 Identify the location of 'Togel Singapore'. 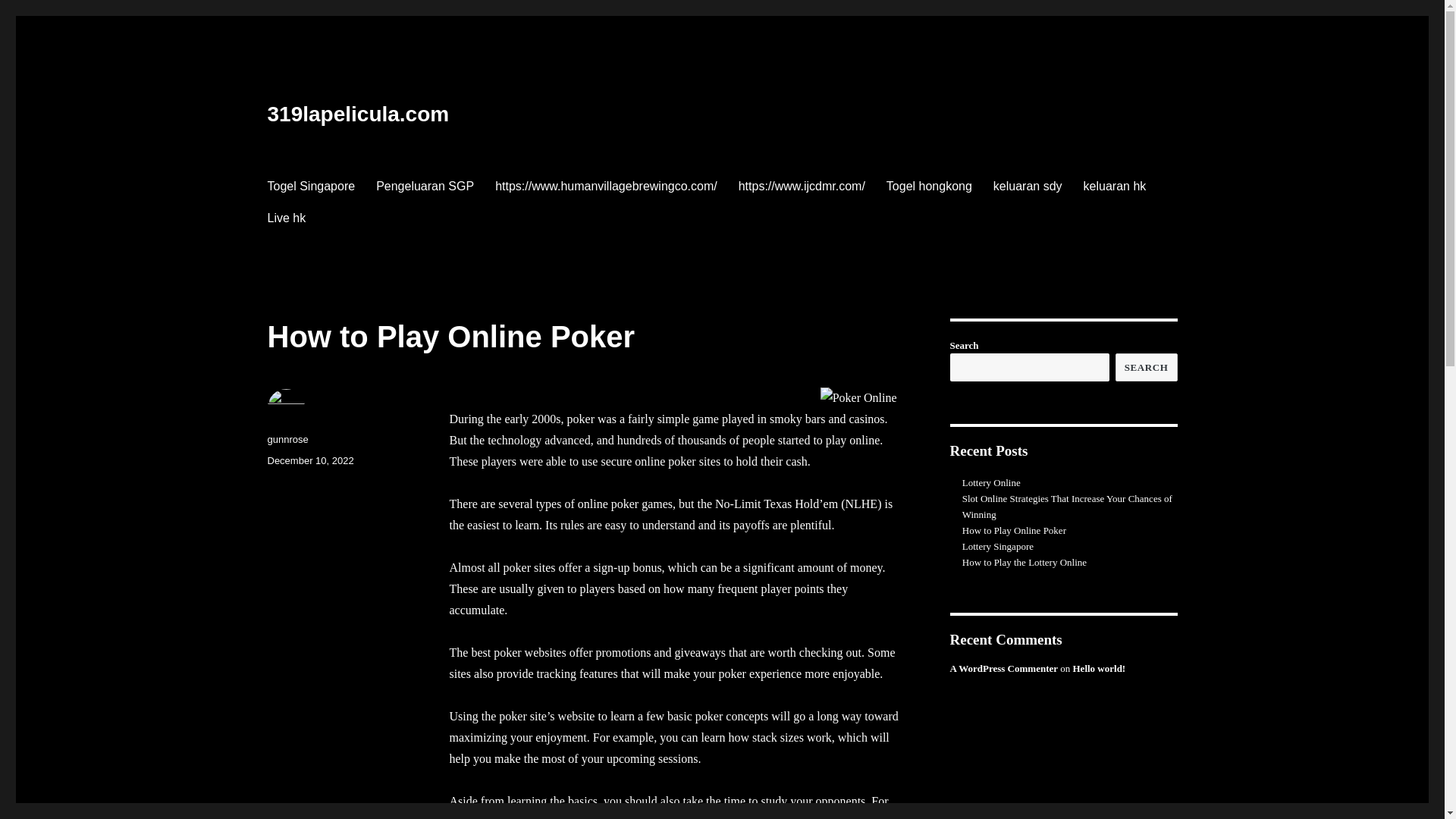
(256, 185).